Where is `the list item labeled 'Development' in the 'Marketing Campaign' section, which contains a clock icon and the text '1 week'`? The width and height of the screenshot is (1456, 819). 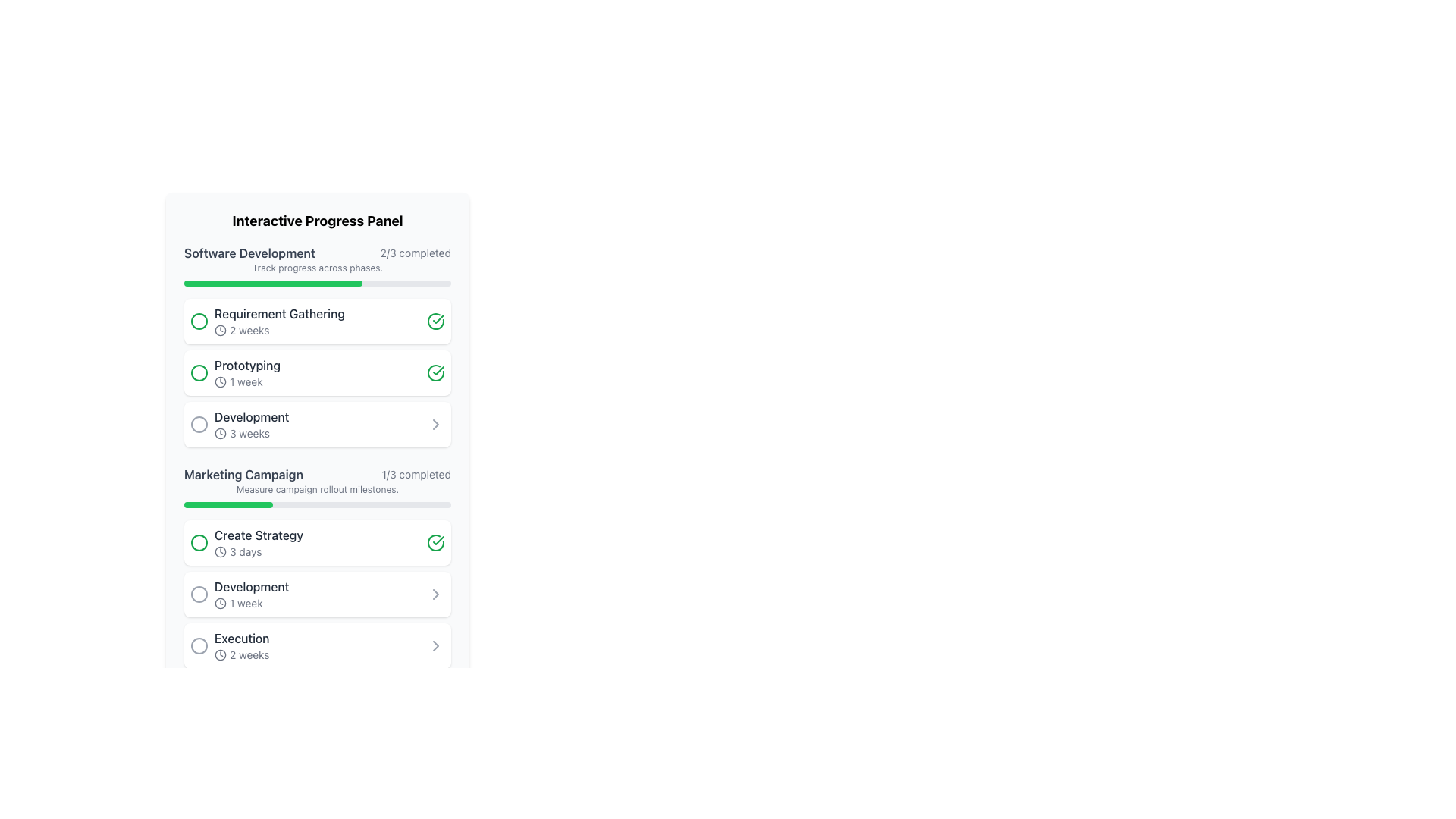 the list item labeled 'Development' in the 'Marketing Campaign' section, which contains a clock icon and the text '1 week' is located at coordinates (252, 593).